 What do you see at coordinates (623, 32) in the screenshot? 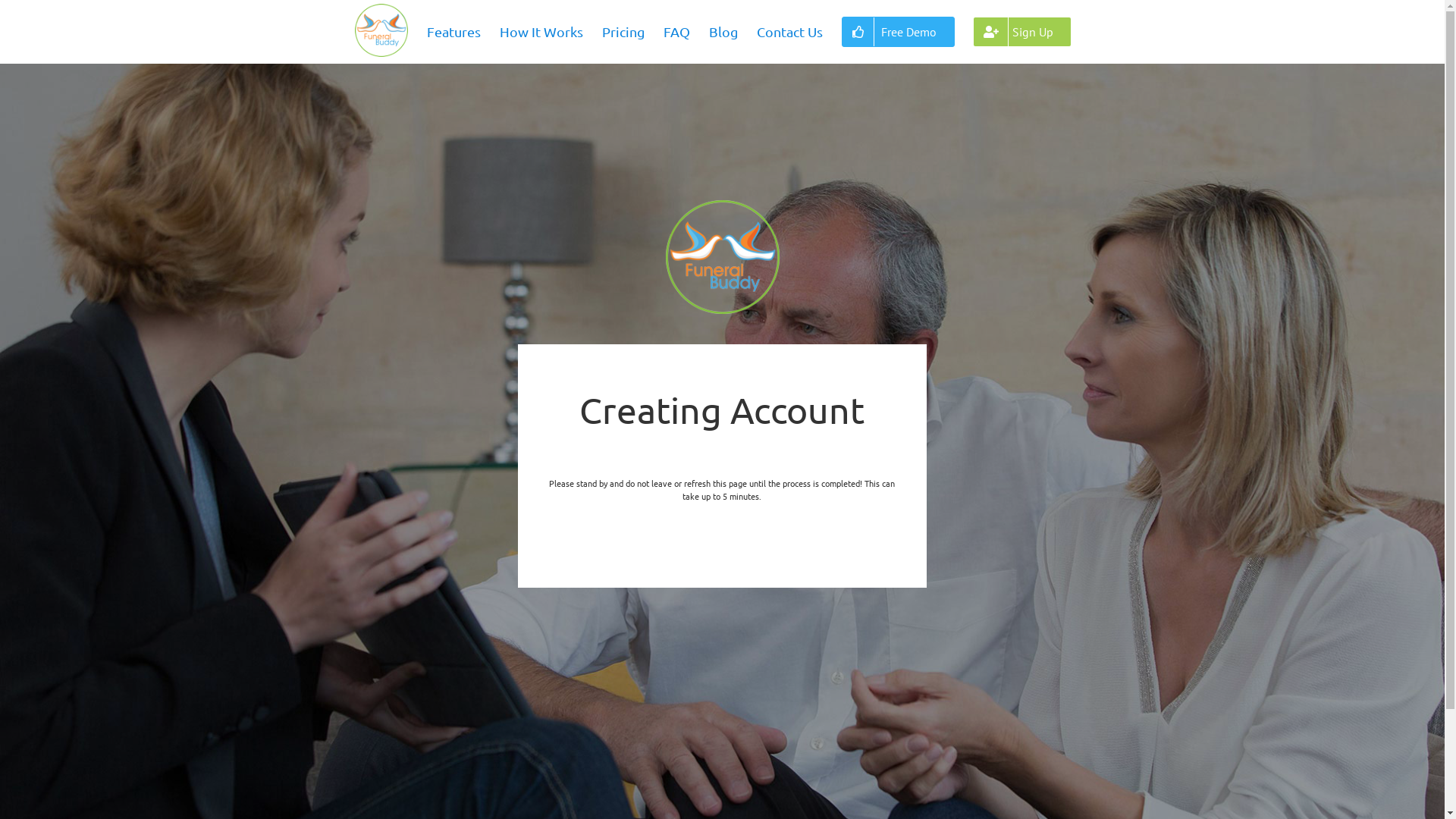
I see `'Pricing'` at bounding box center [623, 32].